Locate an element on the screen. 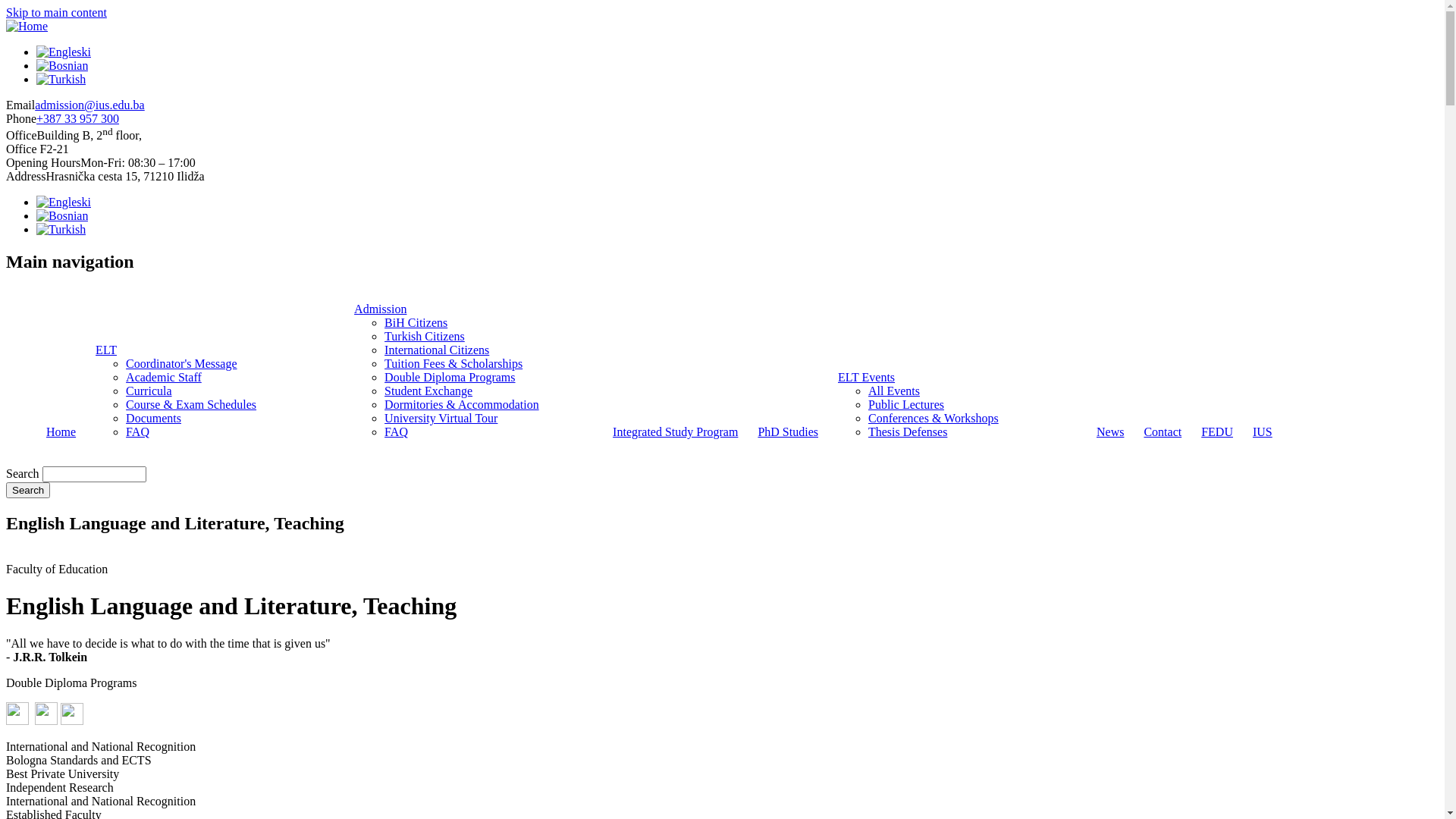 This screenshot has width=1456, height=819. 'Enter the terms you wish to search for.' is located at coordinates (93, 473).